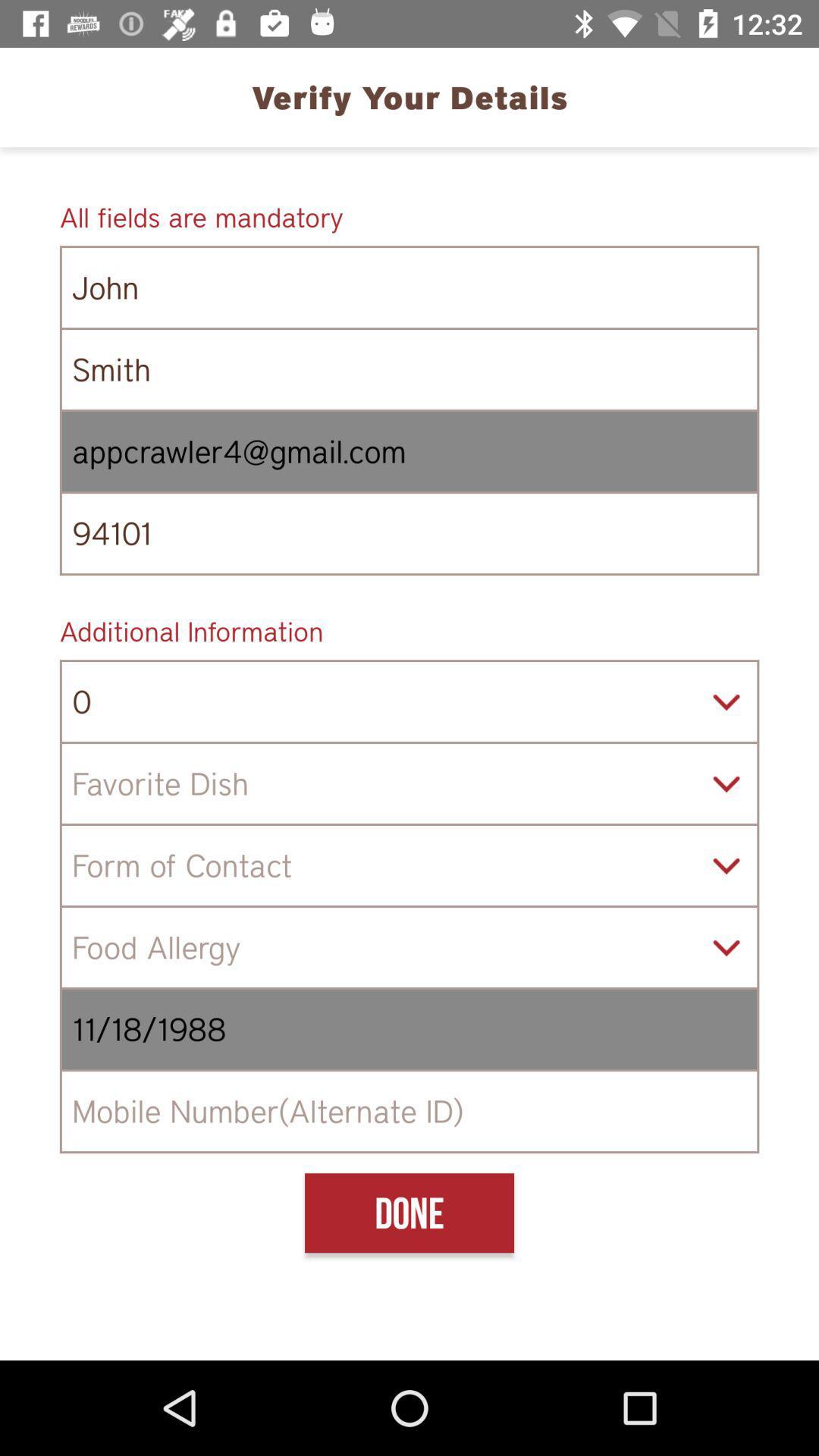 The height and width of the screenshot is (1456, 819). Describe the element at coordinates (409, 946) in the screenshot. I see `drop down menu of foods to select as allergy` at that location.